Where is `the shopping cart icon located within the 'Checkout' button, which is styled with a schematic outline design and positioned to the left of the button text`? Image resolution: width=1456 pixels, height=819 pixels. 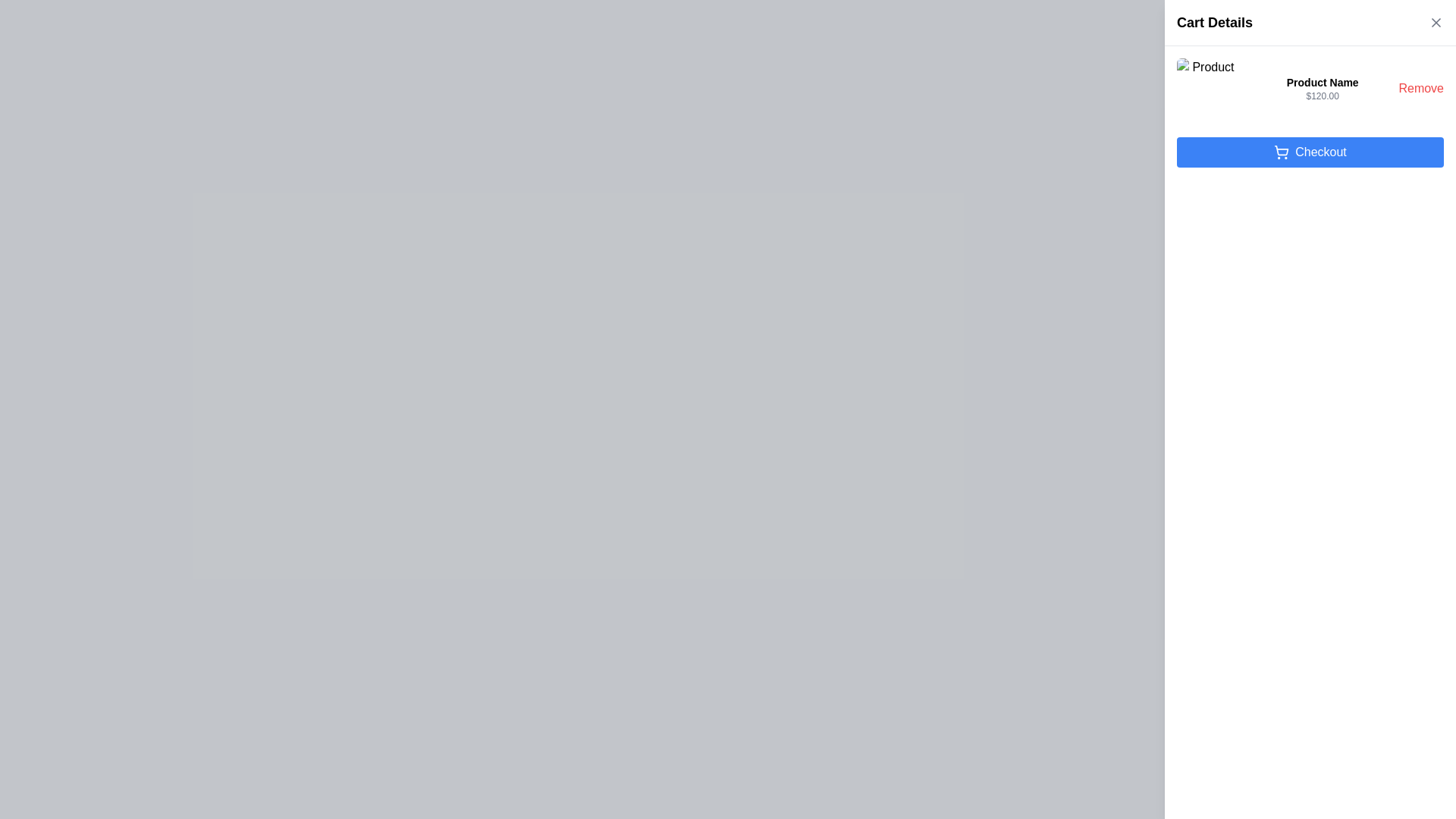
the shopping cart icon located within the 'Checkout' button, which is styled with a schematic outline design and positioned to the left of the button text is located at coordinates (1281, 150).